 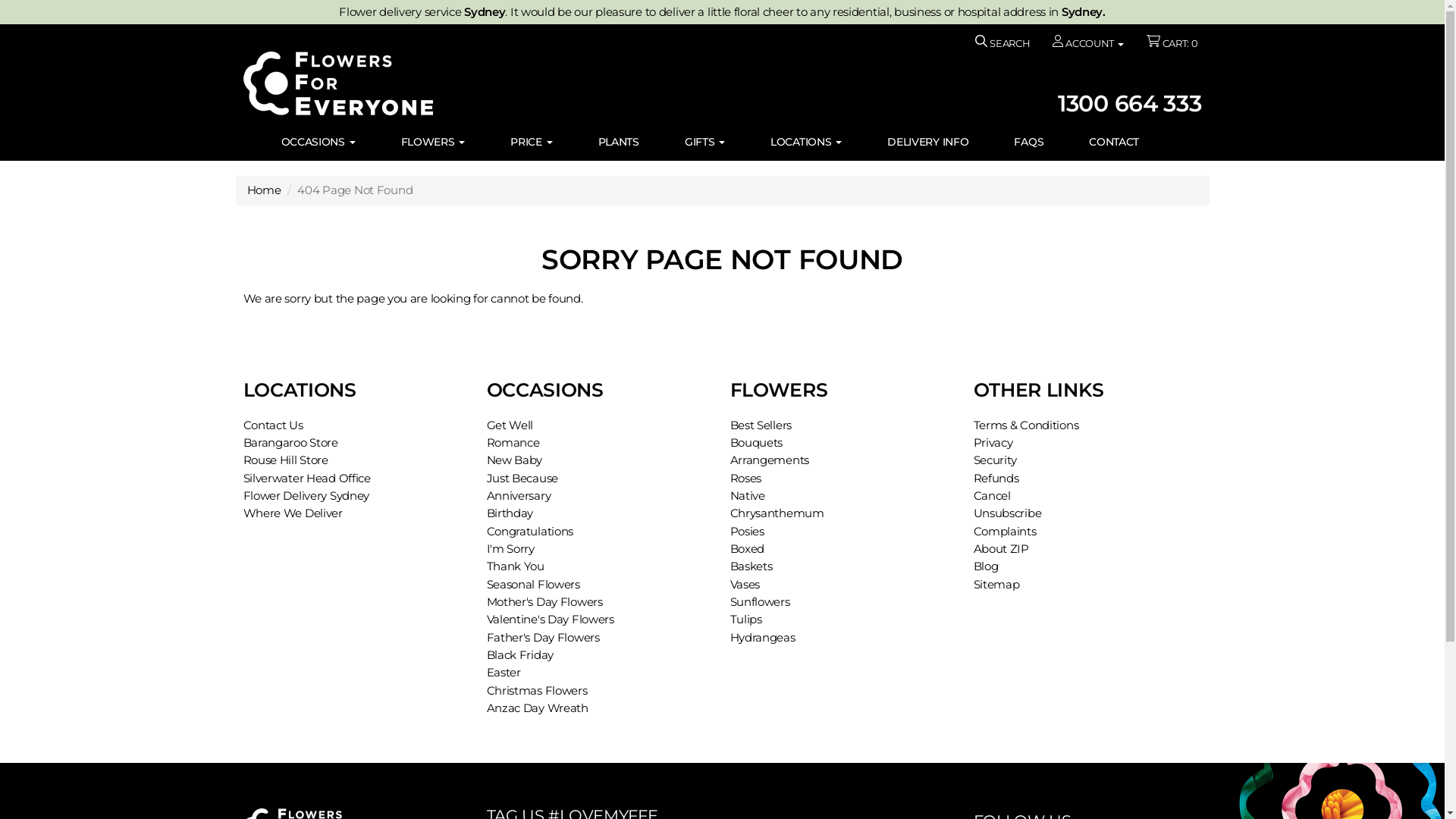 What do you see at coordinates (759, 601) in the screenshot?
I see `'Sunflowers'` at bounding box center [759, 601].